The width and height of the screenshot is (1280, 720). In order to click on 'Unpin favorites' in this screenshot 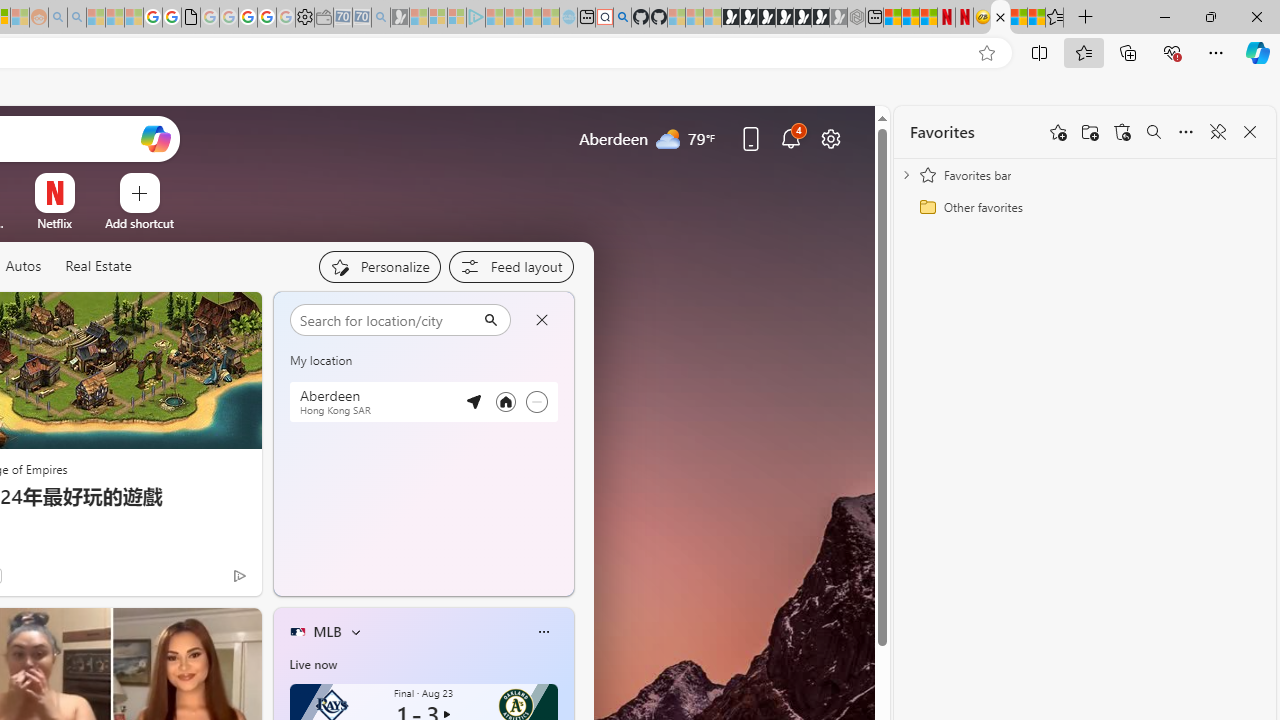, I will do `click(1216, 132)`.